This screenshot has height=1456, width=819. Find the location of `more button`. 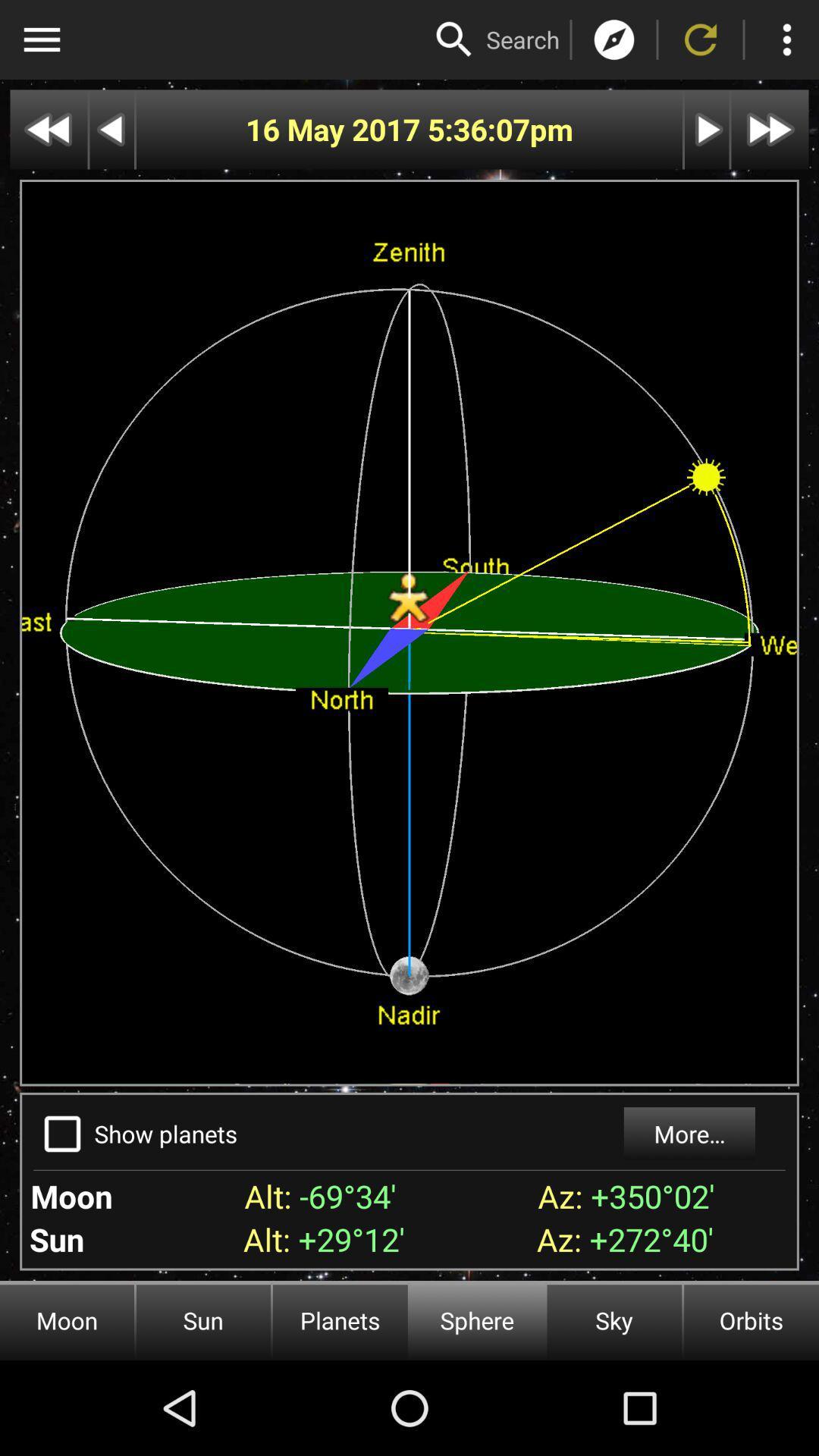

more button is located at coordinates (786, 39).